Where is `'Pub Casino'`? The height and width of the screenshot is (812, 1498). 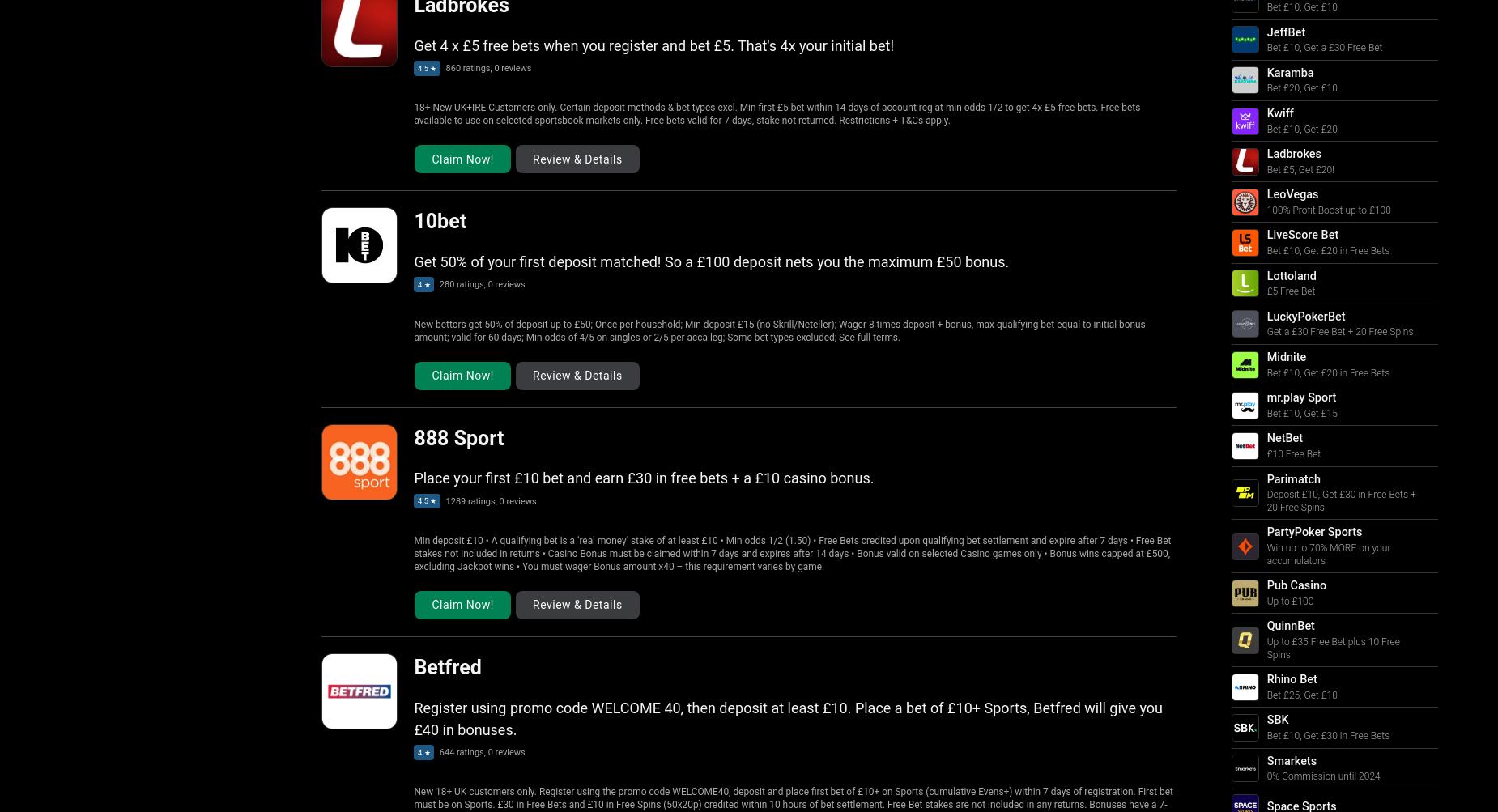 'Pub Casino' is located at coordinates (1296, 585).